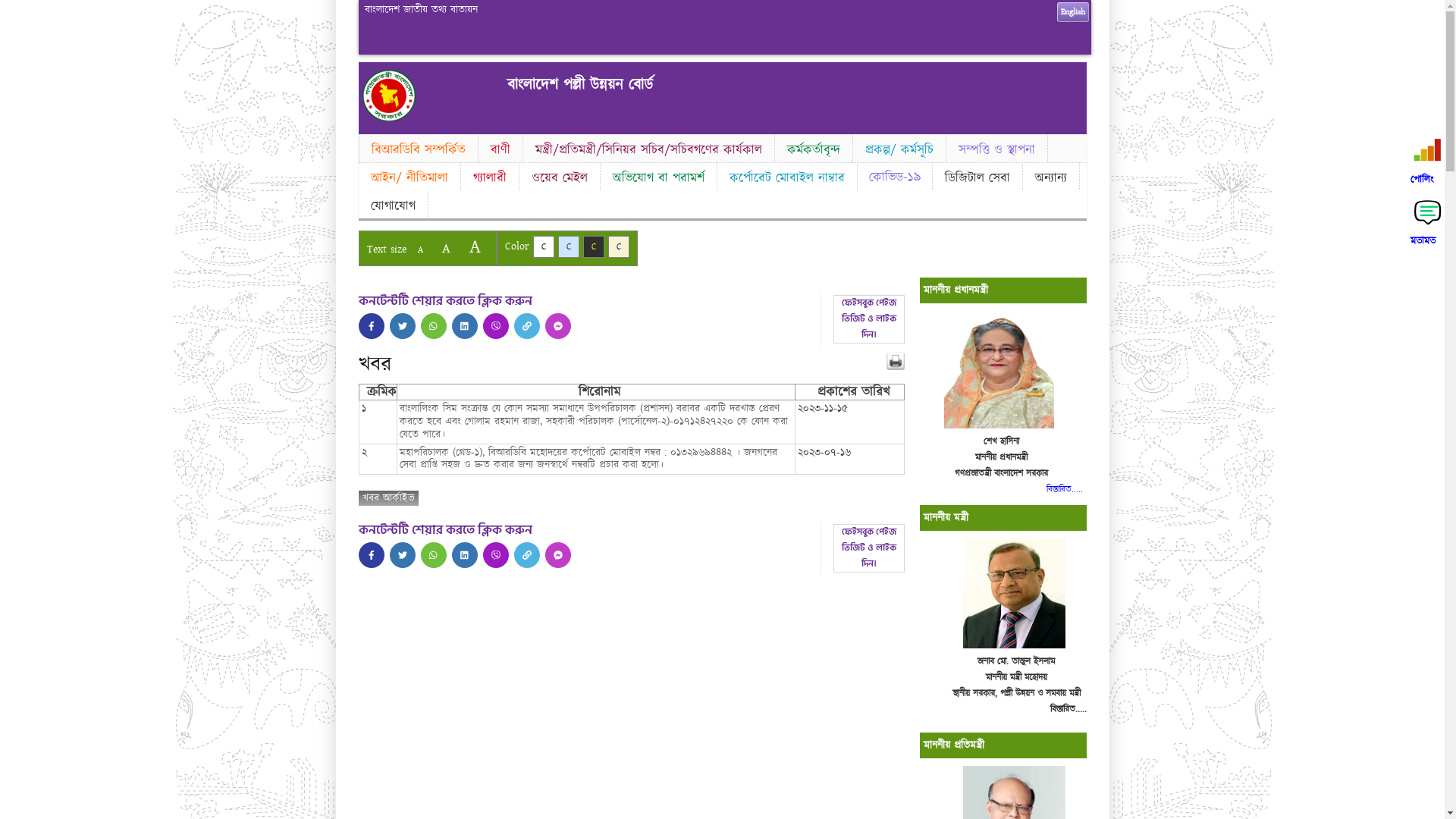 The height and width of the screenshot is (819, 1456). Describe the element at coordinates (542, 246) in the screenshot. I see `'C'` at that location.